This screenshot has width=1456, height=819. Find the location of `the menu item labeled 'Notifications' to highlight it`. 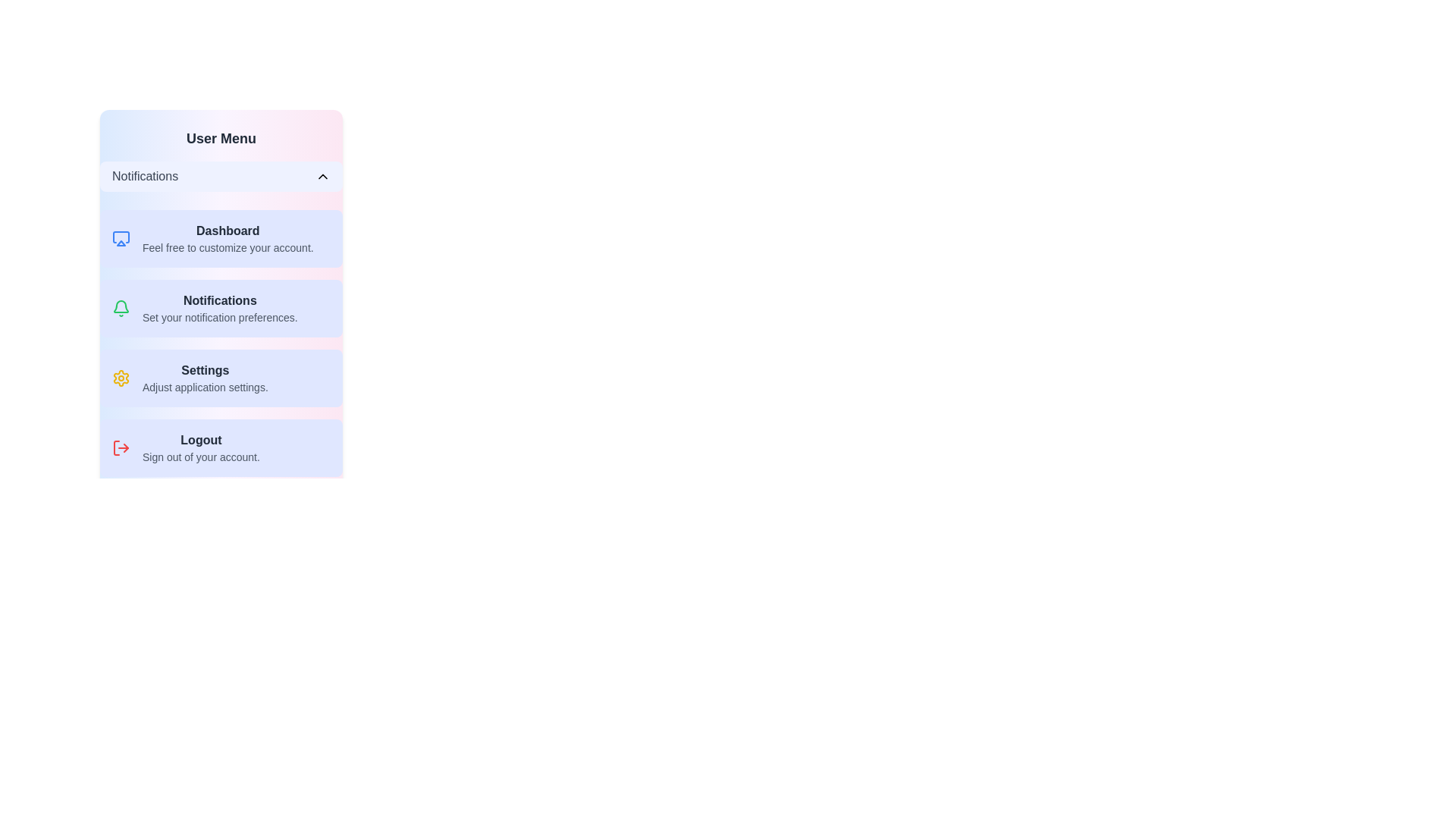

the menu item labeled 'Notifications' to highlight it is located at coordinates (221, 308).